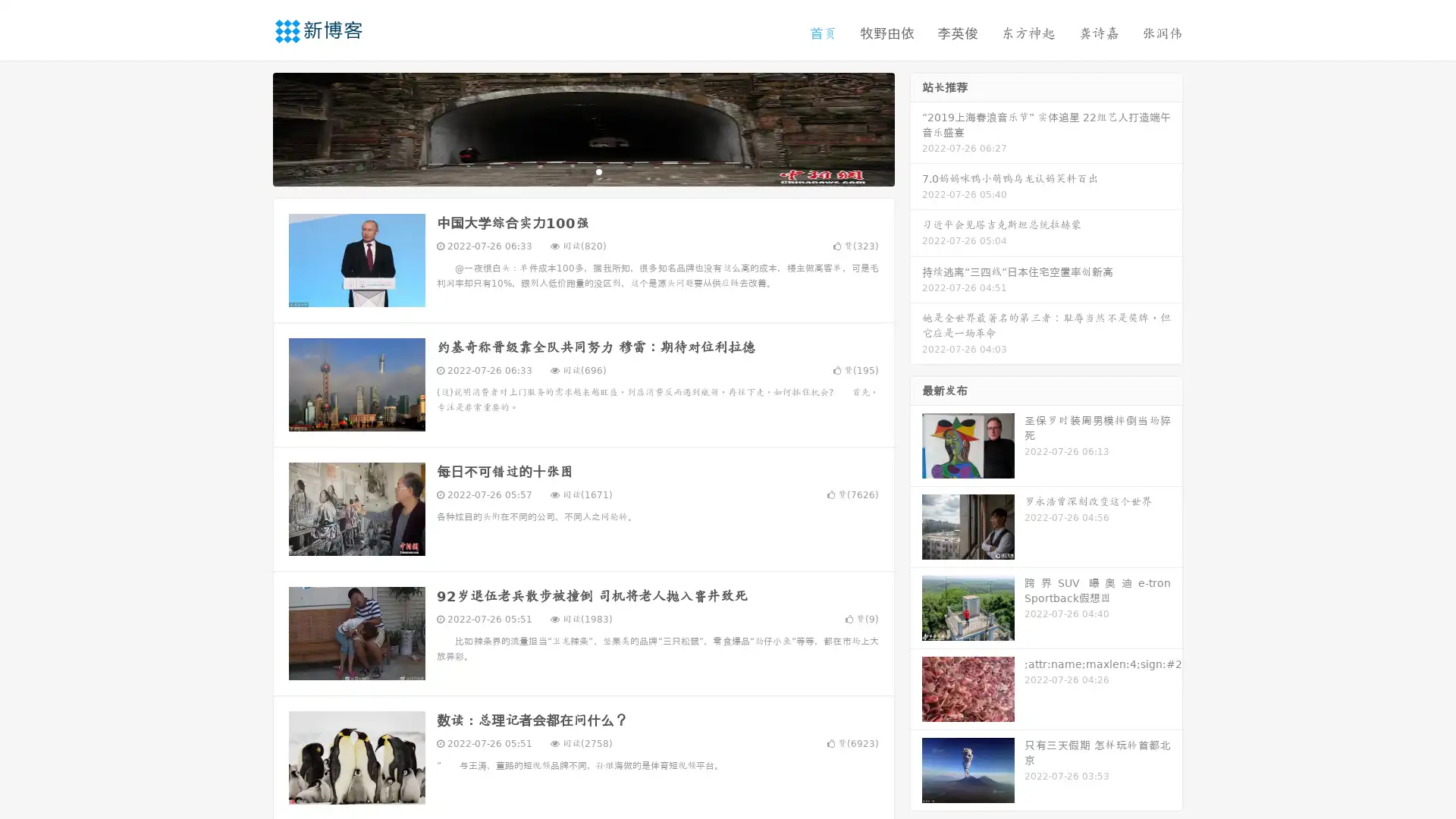  I want to click on Next slide, so click(916, 127).